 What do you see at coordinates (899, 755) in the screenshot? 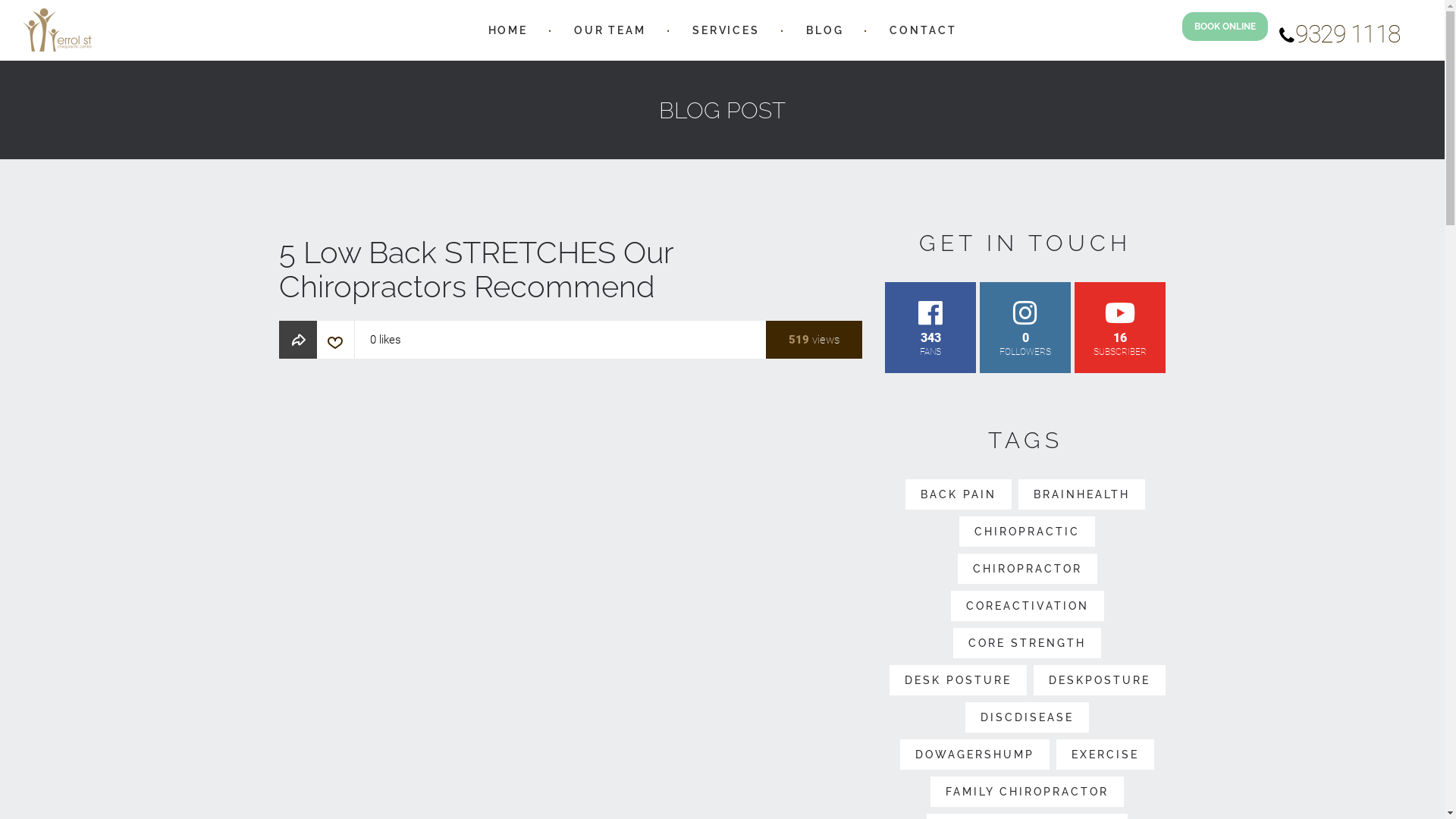
I see `'DOWAGERSHUMP'` at bounding box center [899, 755].